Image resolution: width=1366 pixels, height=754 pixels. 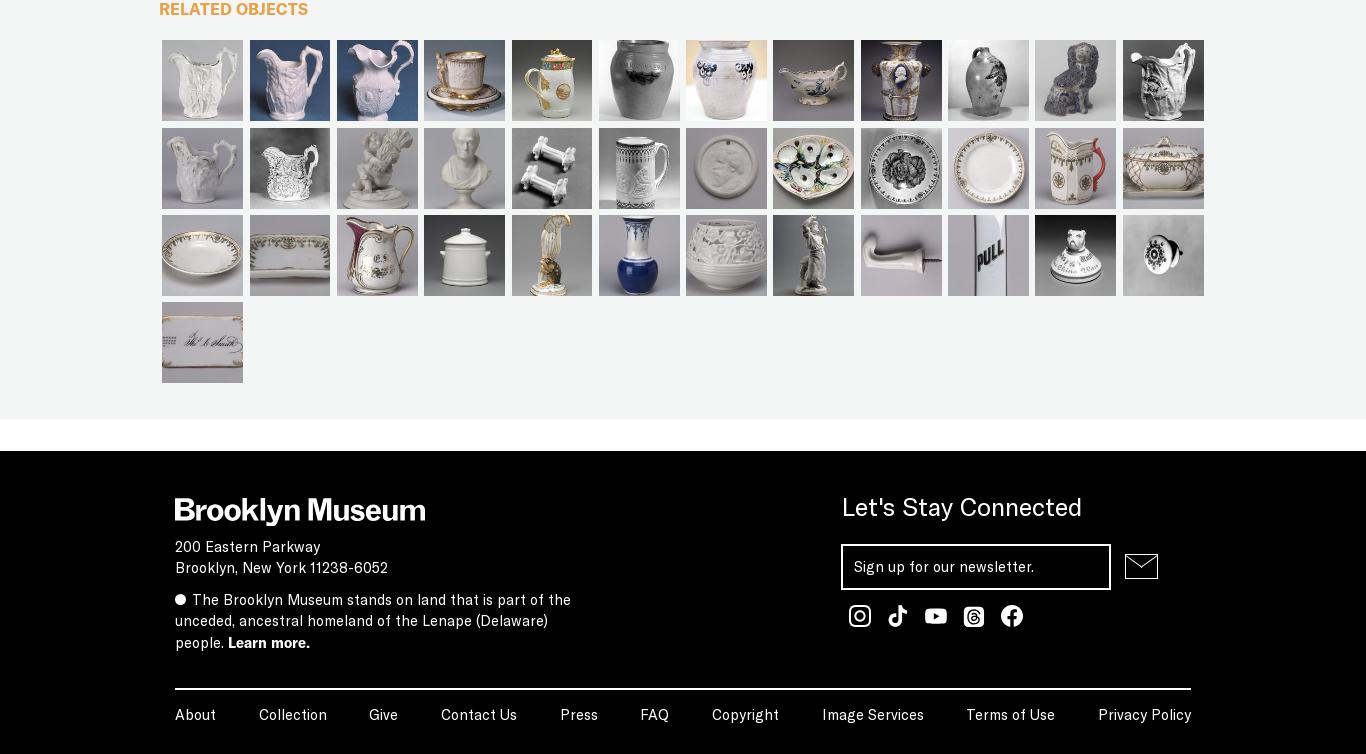 What do you see at coordinates (292, 712) in the screenshot?
I see `'Collection'` at bounding box center [292, 712].